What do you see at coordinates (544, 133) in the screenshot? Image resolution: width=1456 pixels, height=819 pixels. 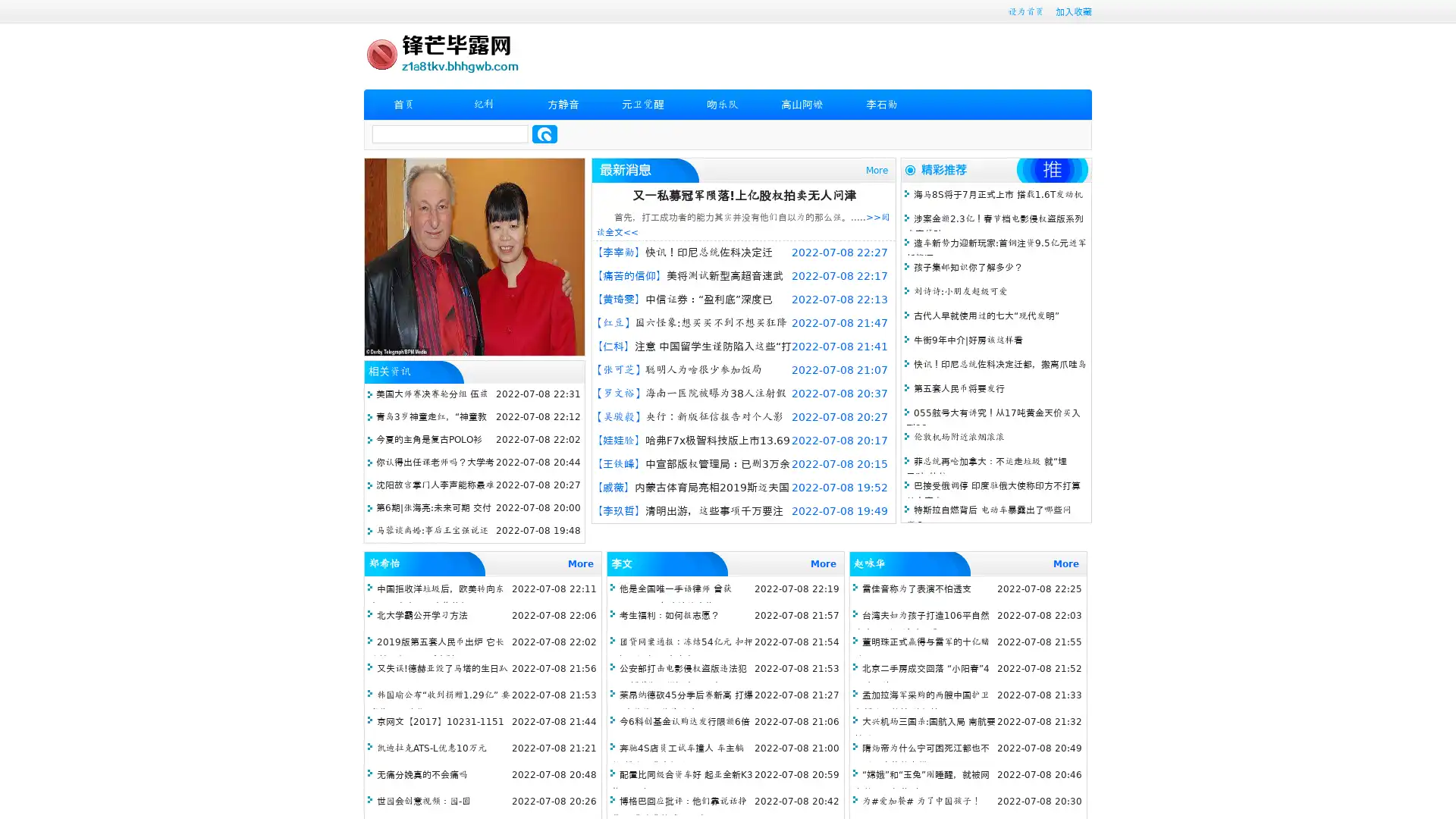 I see `Search` at bounding box center [544, 133].